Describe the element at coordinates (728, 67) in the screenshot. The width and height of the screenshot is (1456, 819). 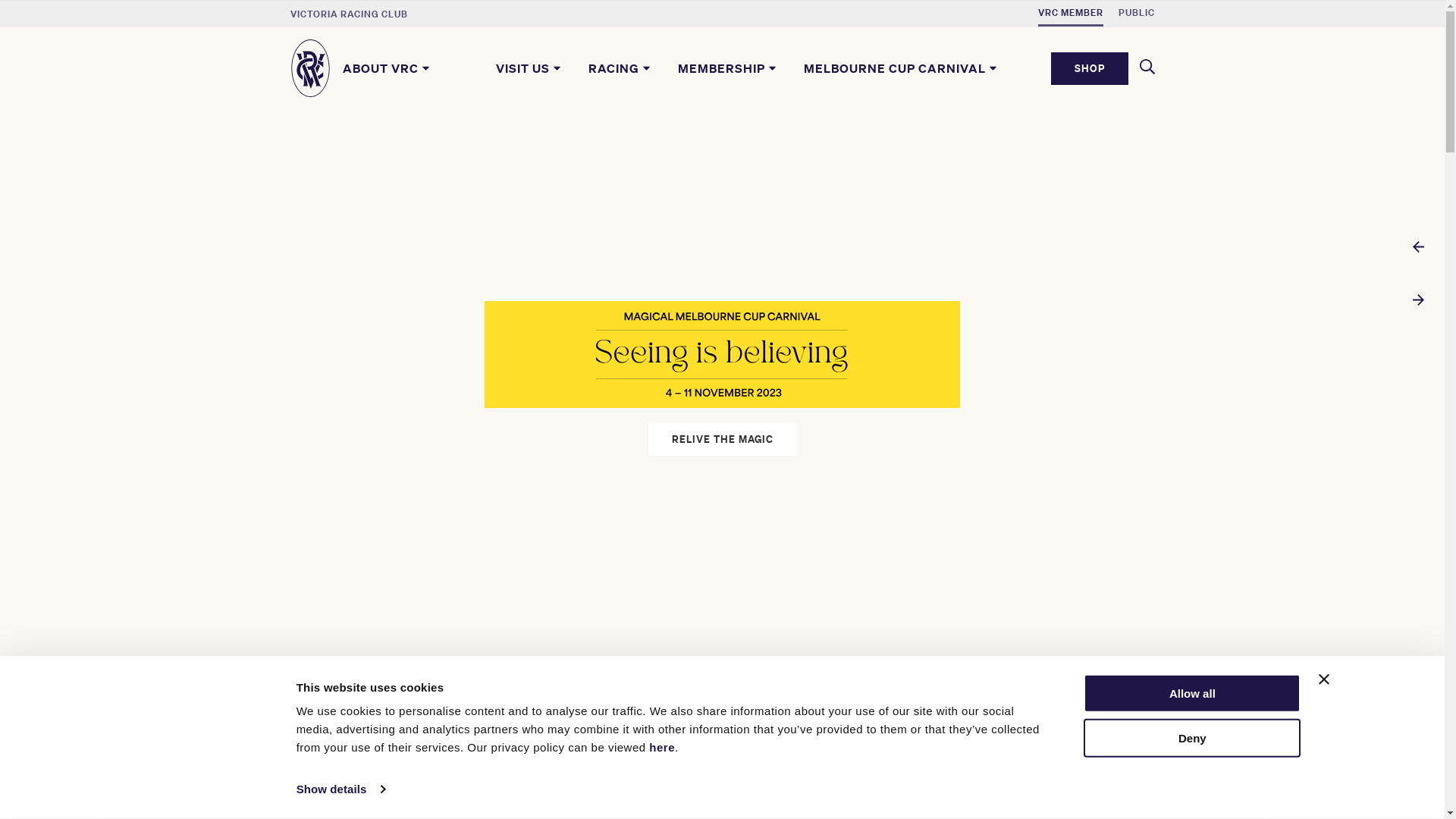
I see `'MEMBERSHIP'` at that location.